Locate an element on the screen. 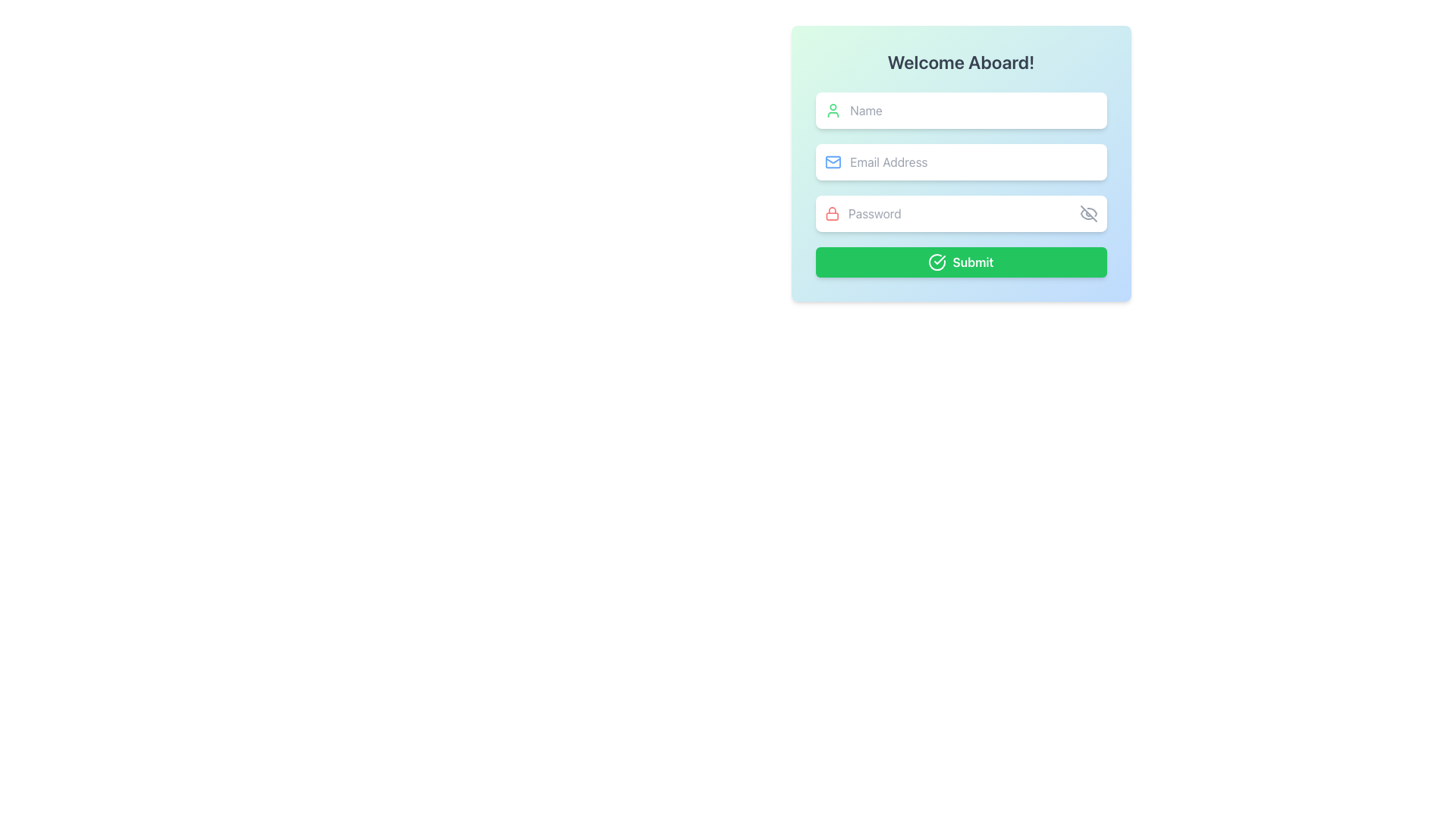 This screenshot has width=1456, height=819. the Password input group, which is the third field in the form below 'Email Address' is located at coordinates (960, 213).